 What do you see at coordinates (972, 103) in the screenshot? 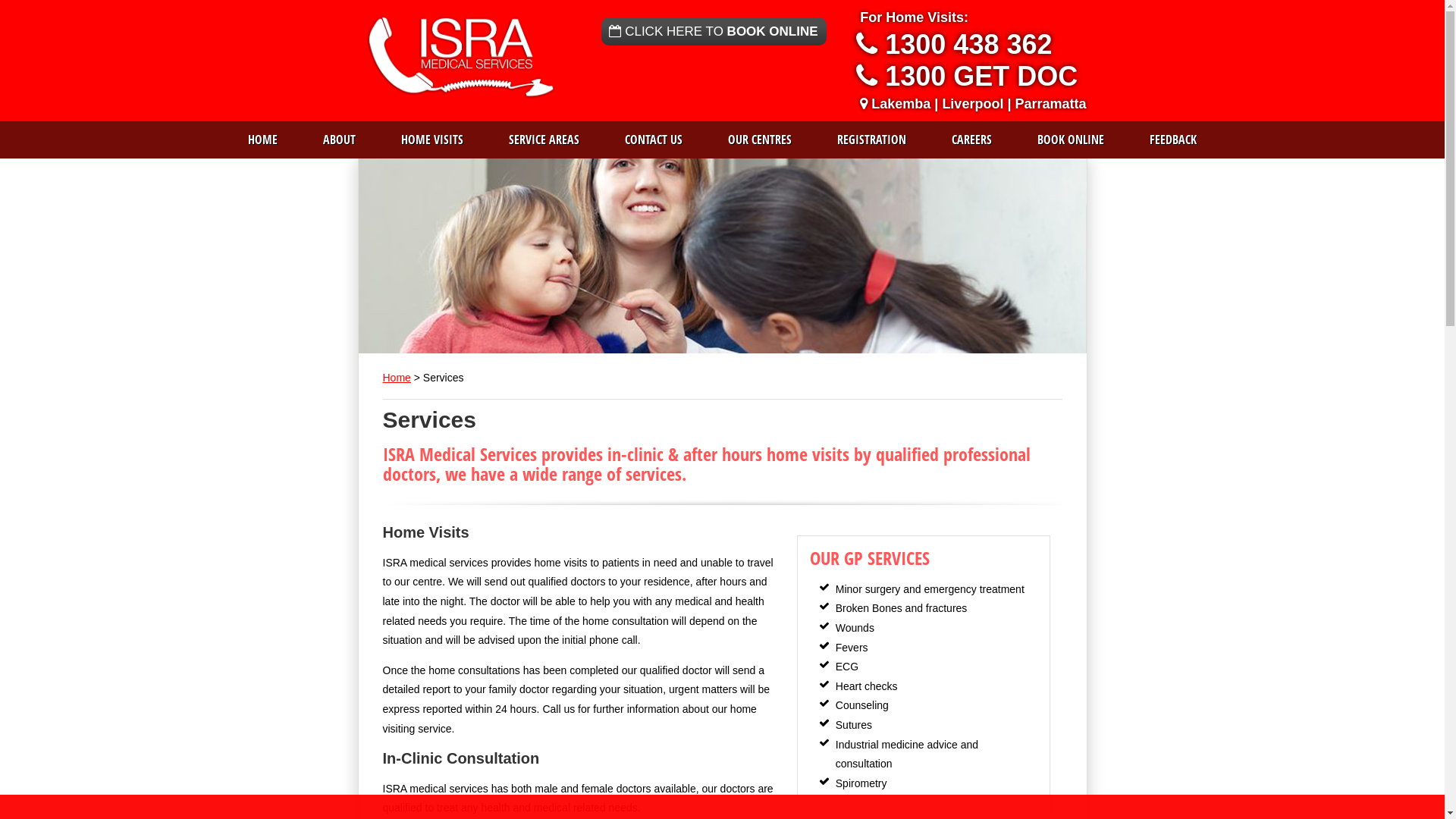
I see `'Liverpool'` at bounding box center [972, 103].